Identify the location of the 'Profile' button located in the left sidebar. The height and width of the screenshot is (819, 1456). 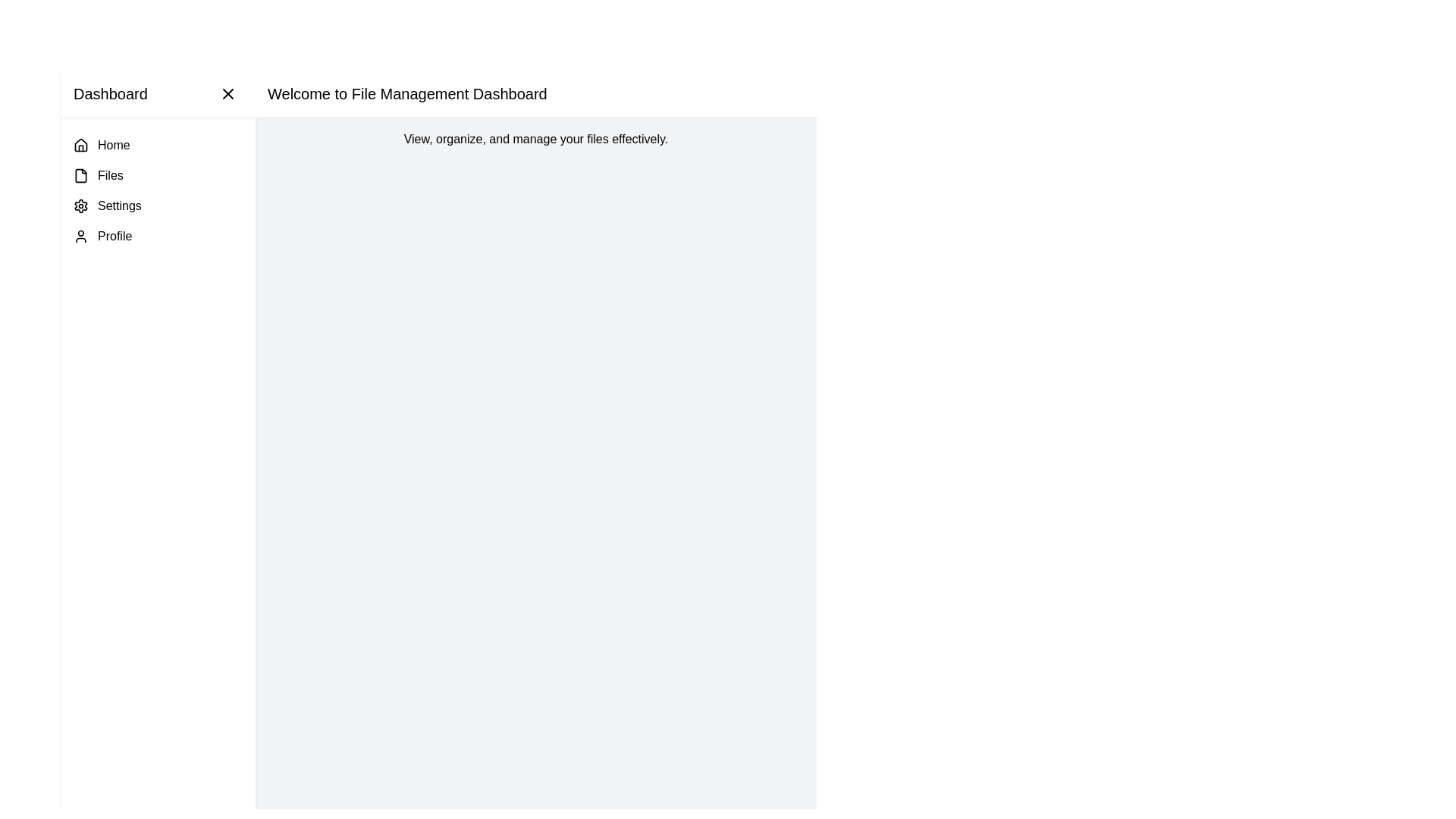
(158, 237).